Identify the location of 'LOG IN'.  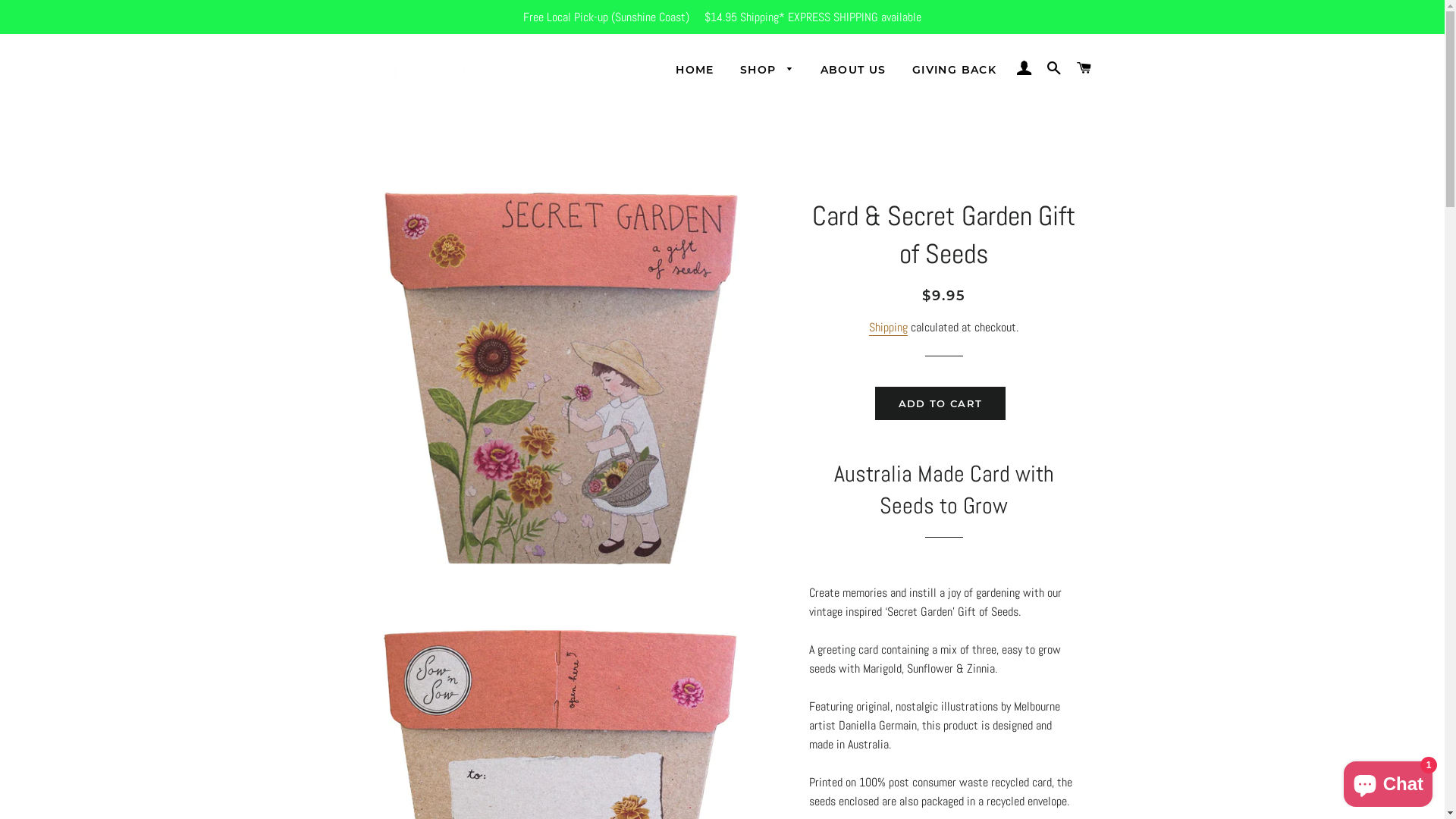
(1011, 67).